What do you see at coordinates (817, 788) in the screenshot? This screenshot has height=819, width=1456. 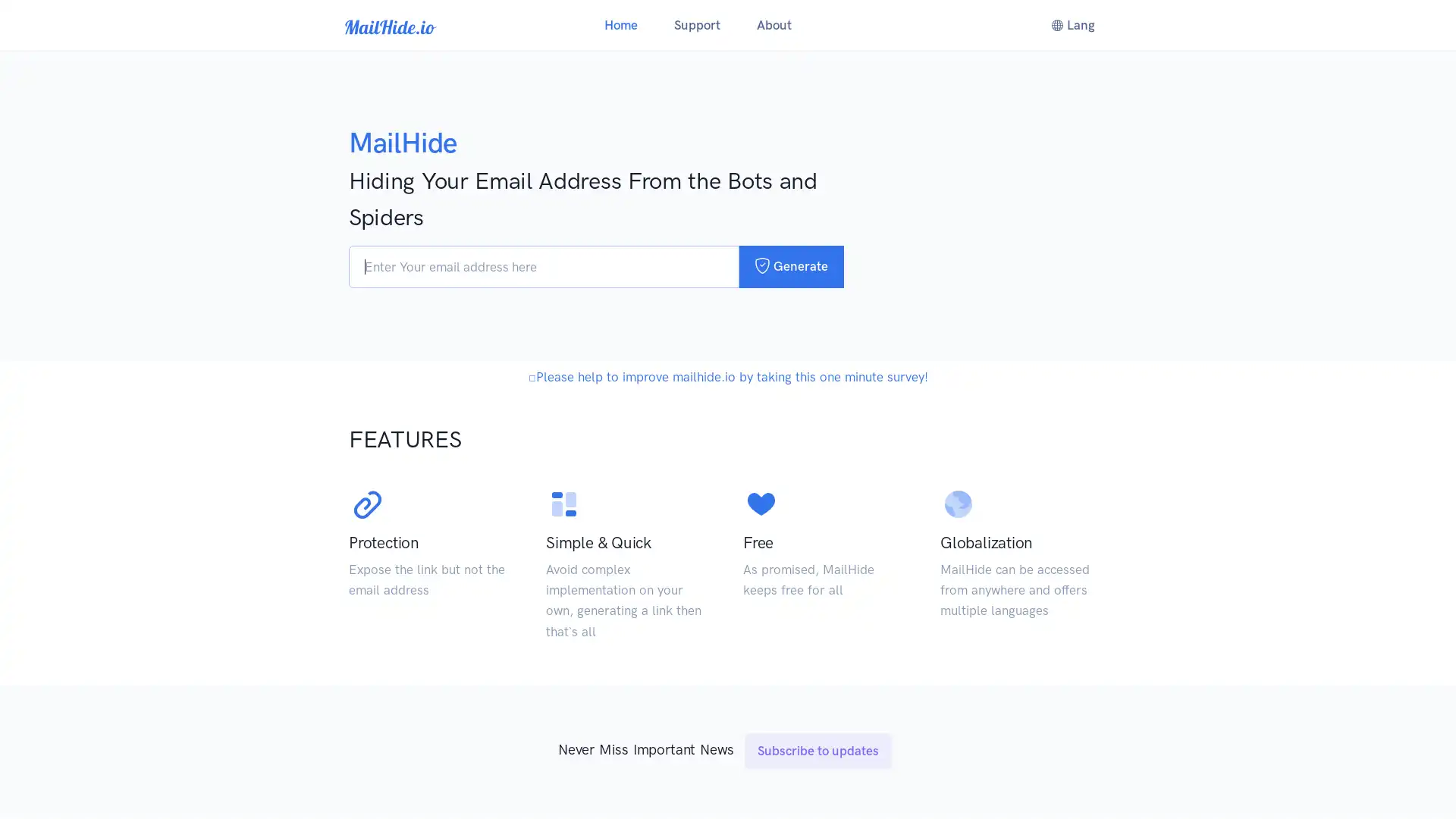 I see `Subscribe to updates` at bounding box center [817, 788].